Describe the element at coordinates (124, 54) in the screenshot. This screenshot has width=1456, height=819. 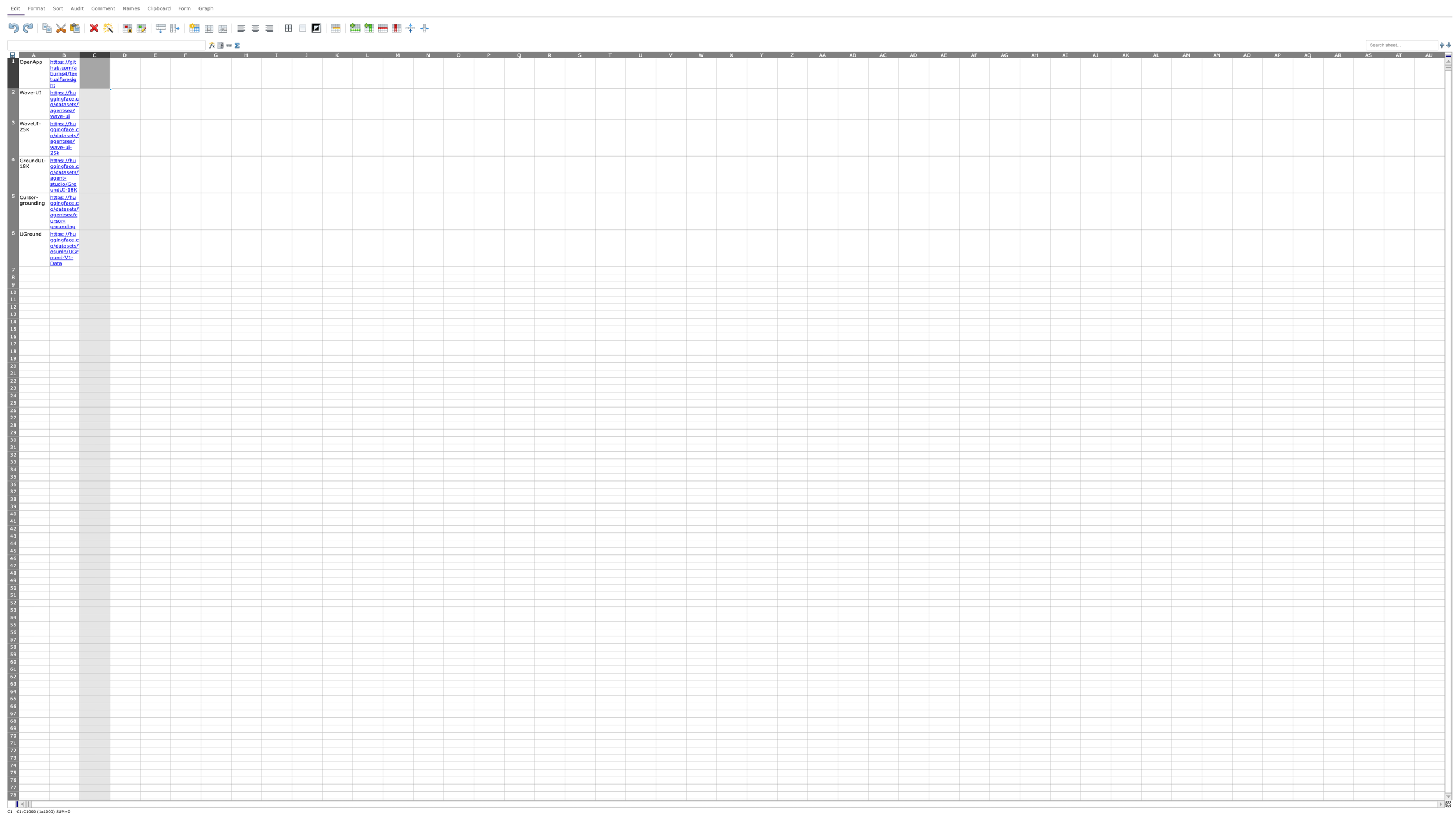
I see `to activate column D` at that location.